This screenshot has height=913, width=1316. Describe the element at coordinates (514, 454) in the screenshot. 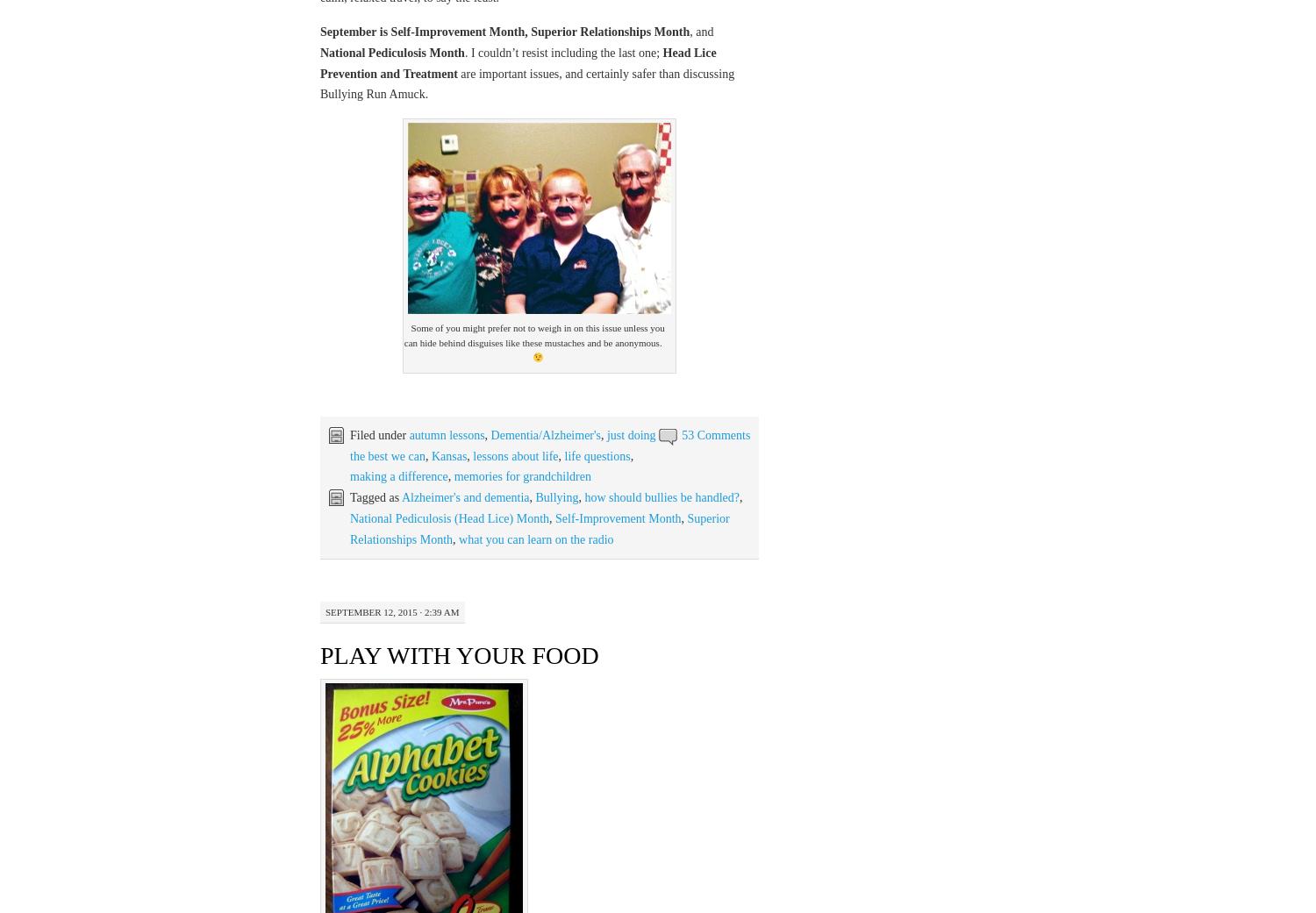

I see `'lessons about life'` at that location.